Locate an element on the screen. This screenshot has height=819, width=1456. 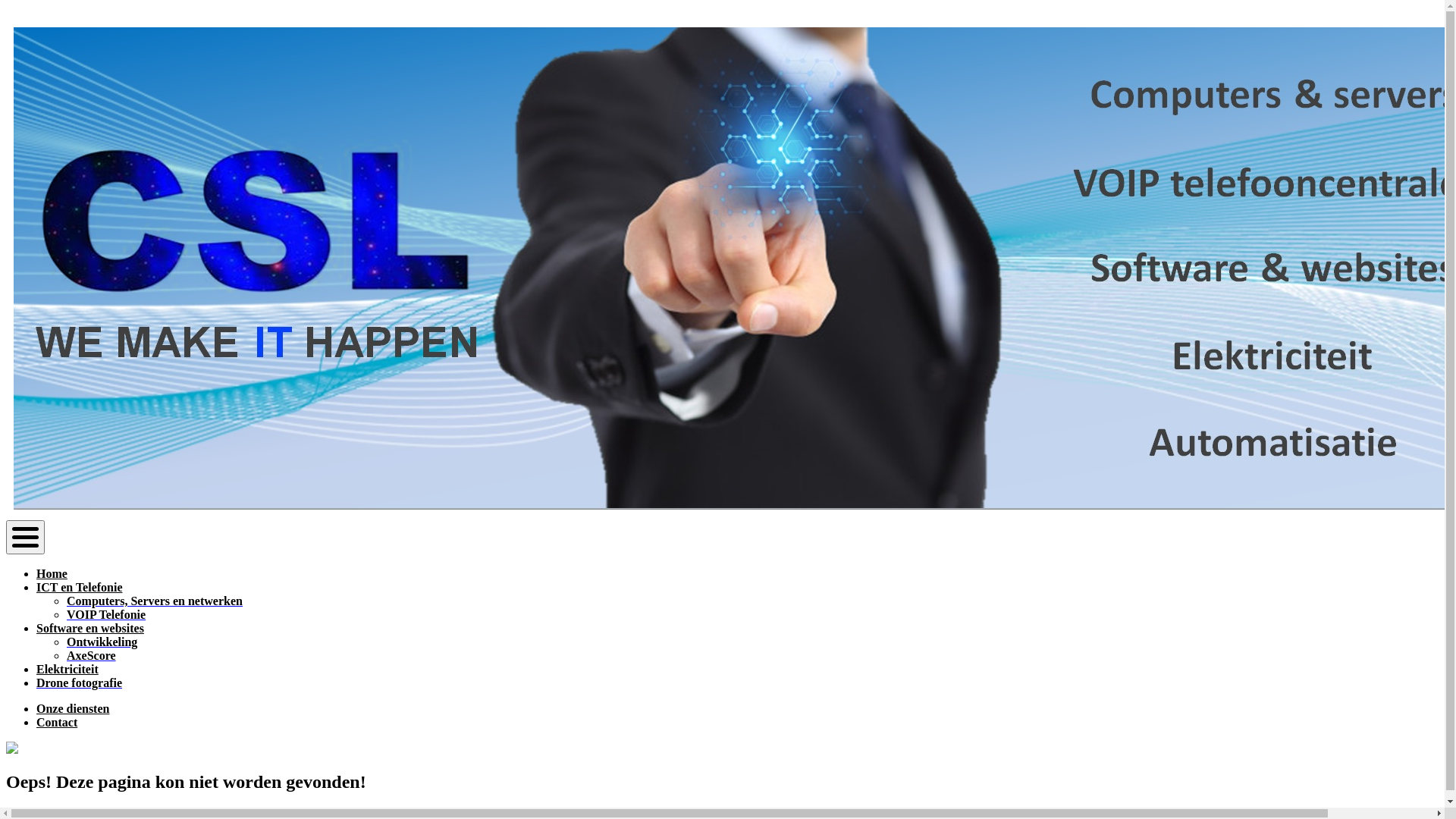
'Computers, Servers en netwerken' is located at coordinates (154, 600).